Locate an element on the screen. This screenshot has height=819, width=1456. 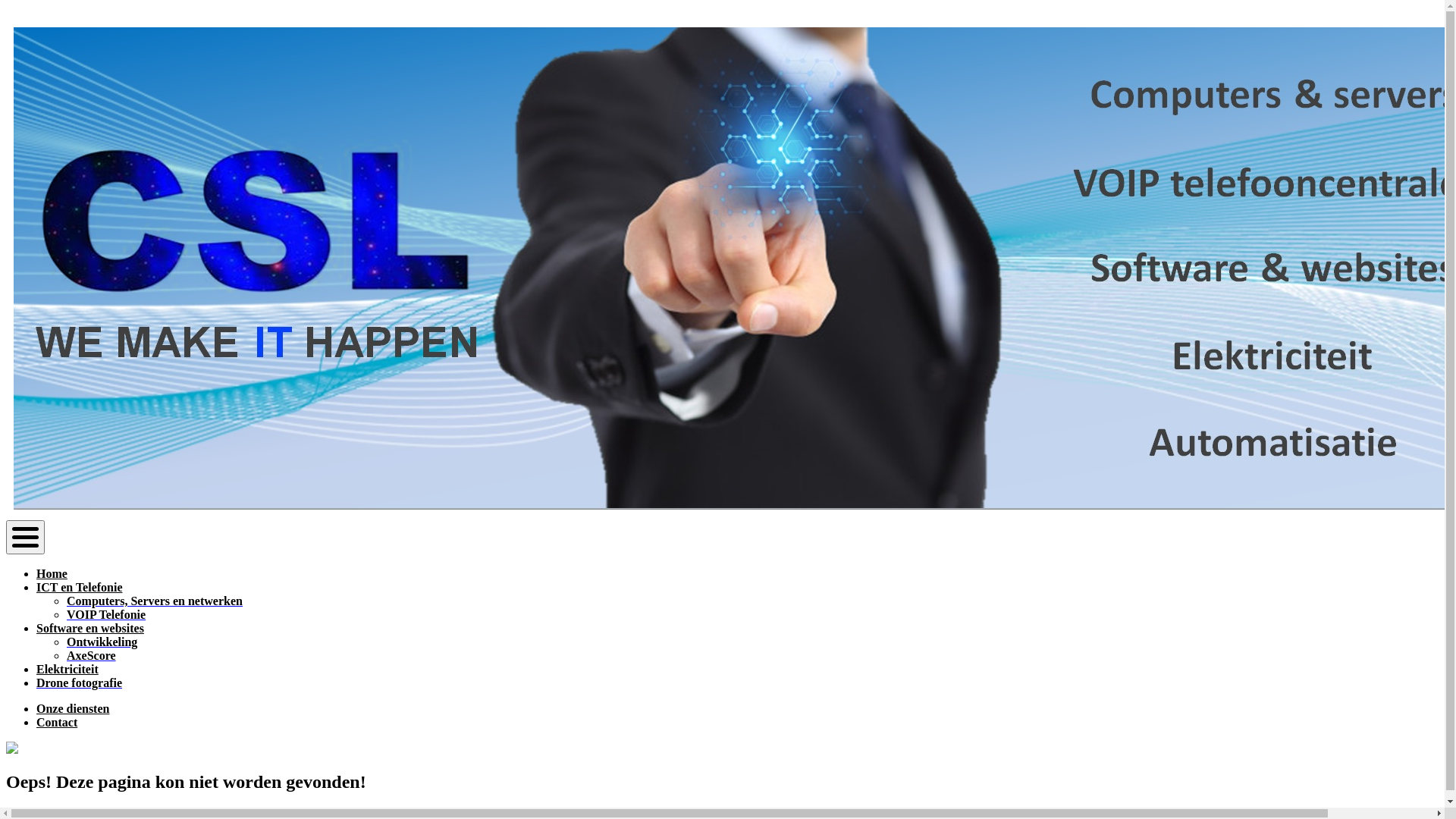
'Computers, Servers en netwerken' is located at coordinates (154, 600).